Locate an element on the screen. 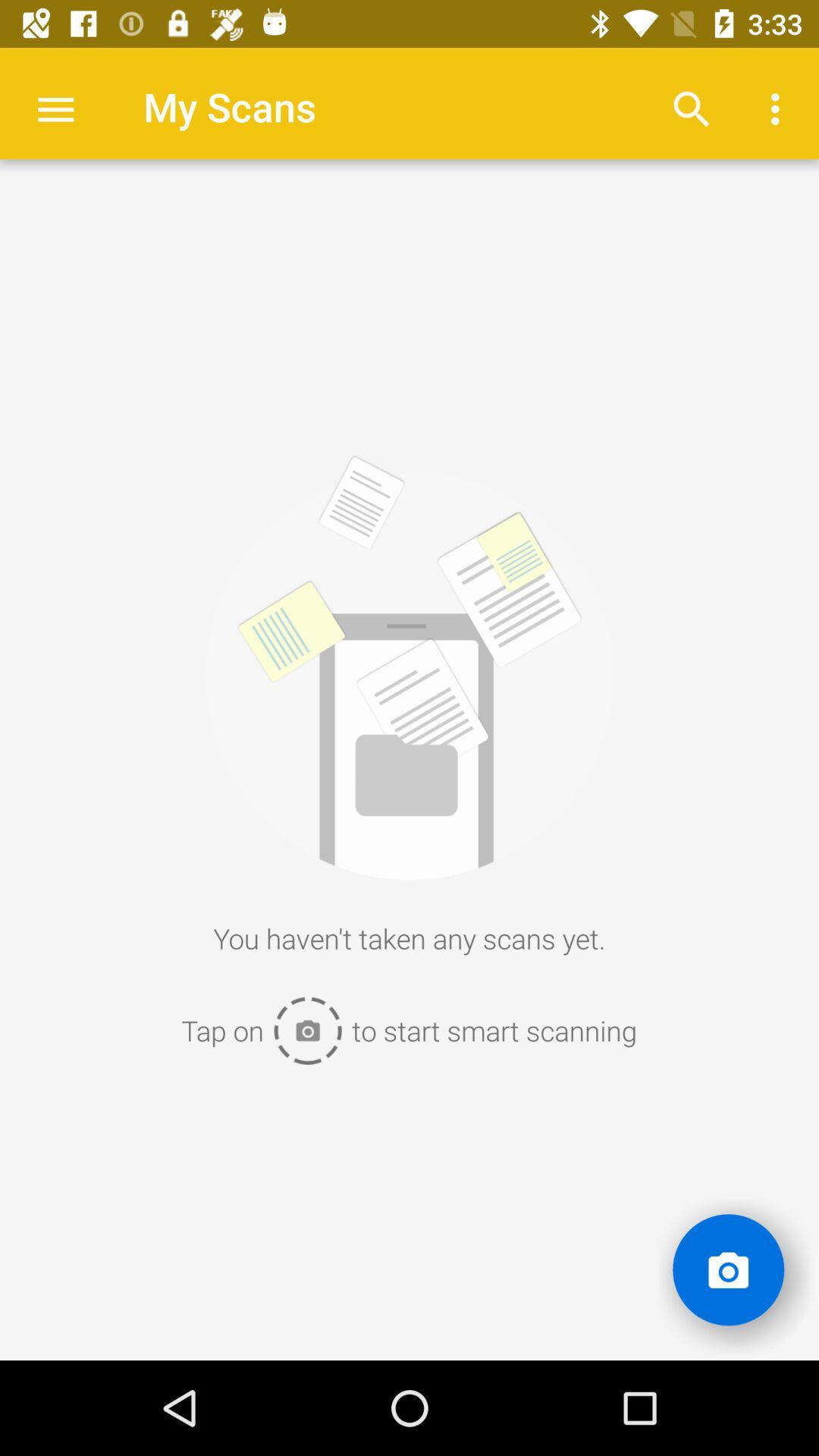  more button at top right is located at coordinates (779, 108).